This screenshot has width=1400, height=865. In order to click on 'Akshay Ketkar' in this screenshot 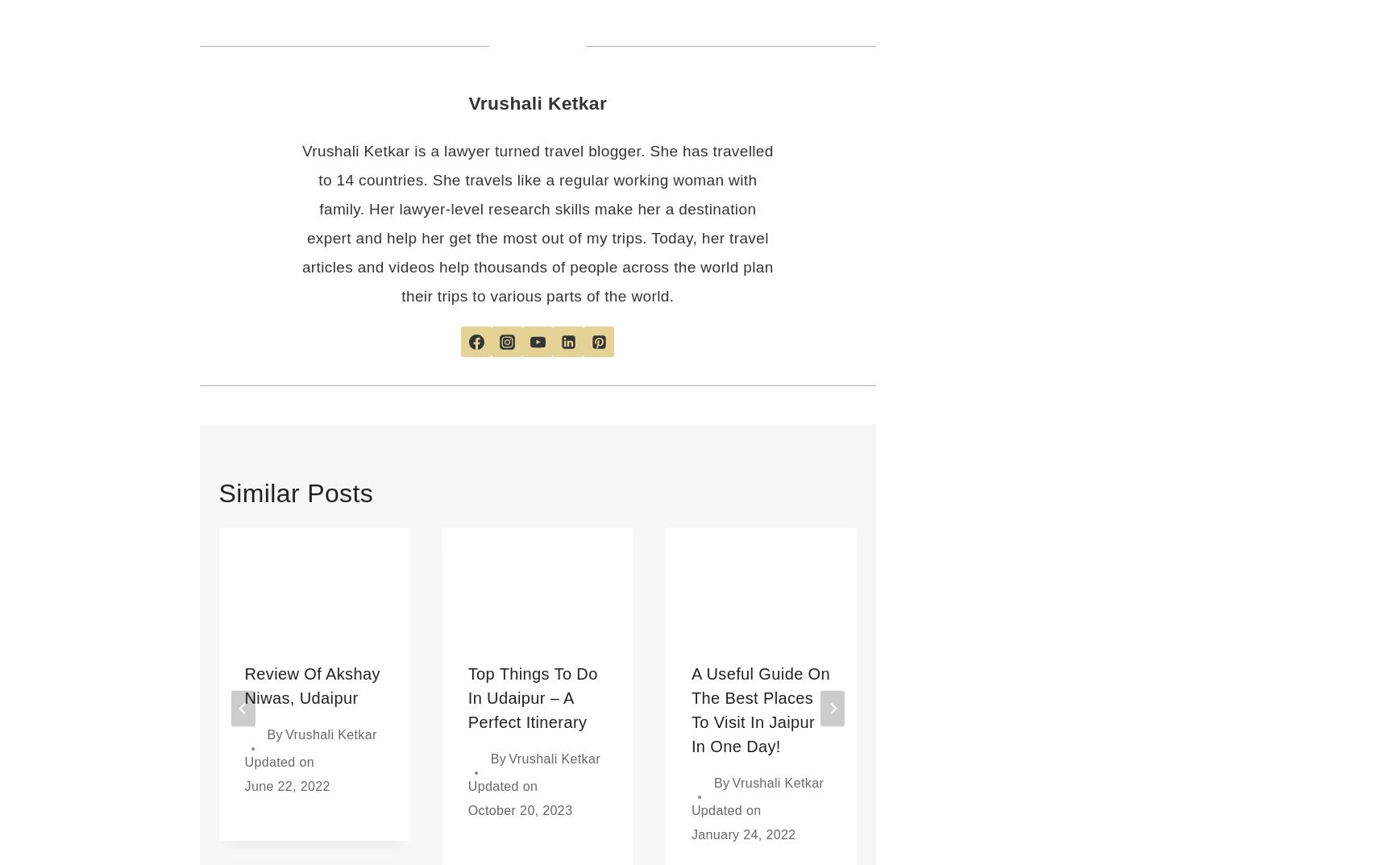, I will do `click(1222, 758)`.